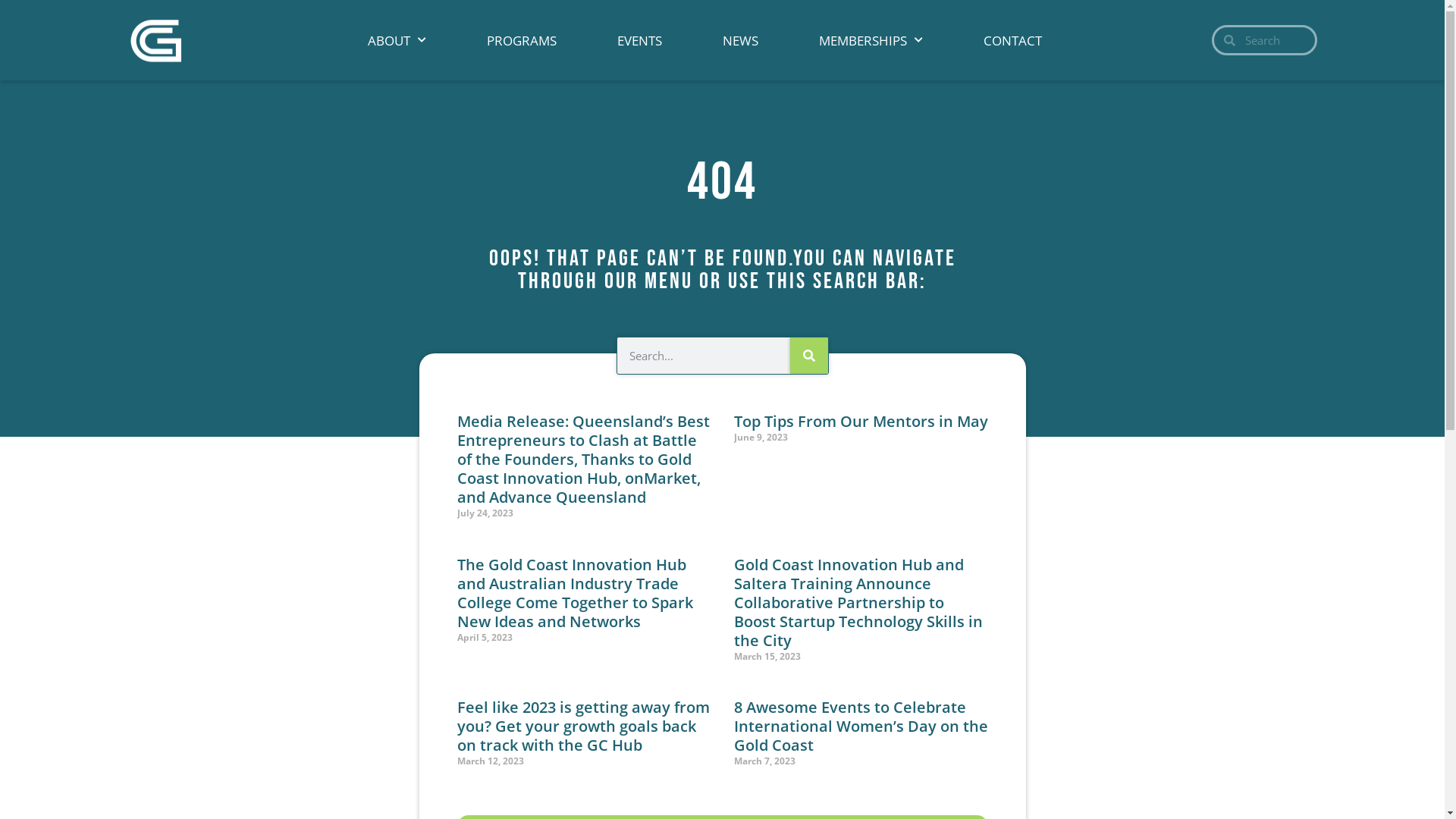 The height and width of the screenshot is (819, 1456). What do you see at coordinates (740, 39) in the screenshot?
I see `'NEWS'` at bounding box center [740, 39].